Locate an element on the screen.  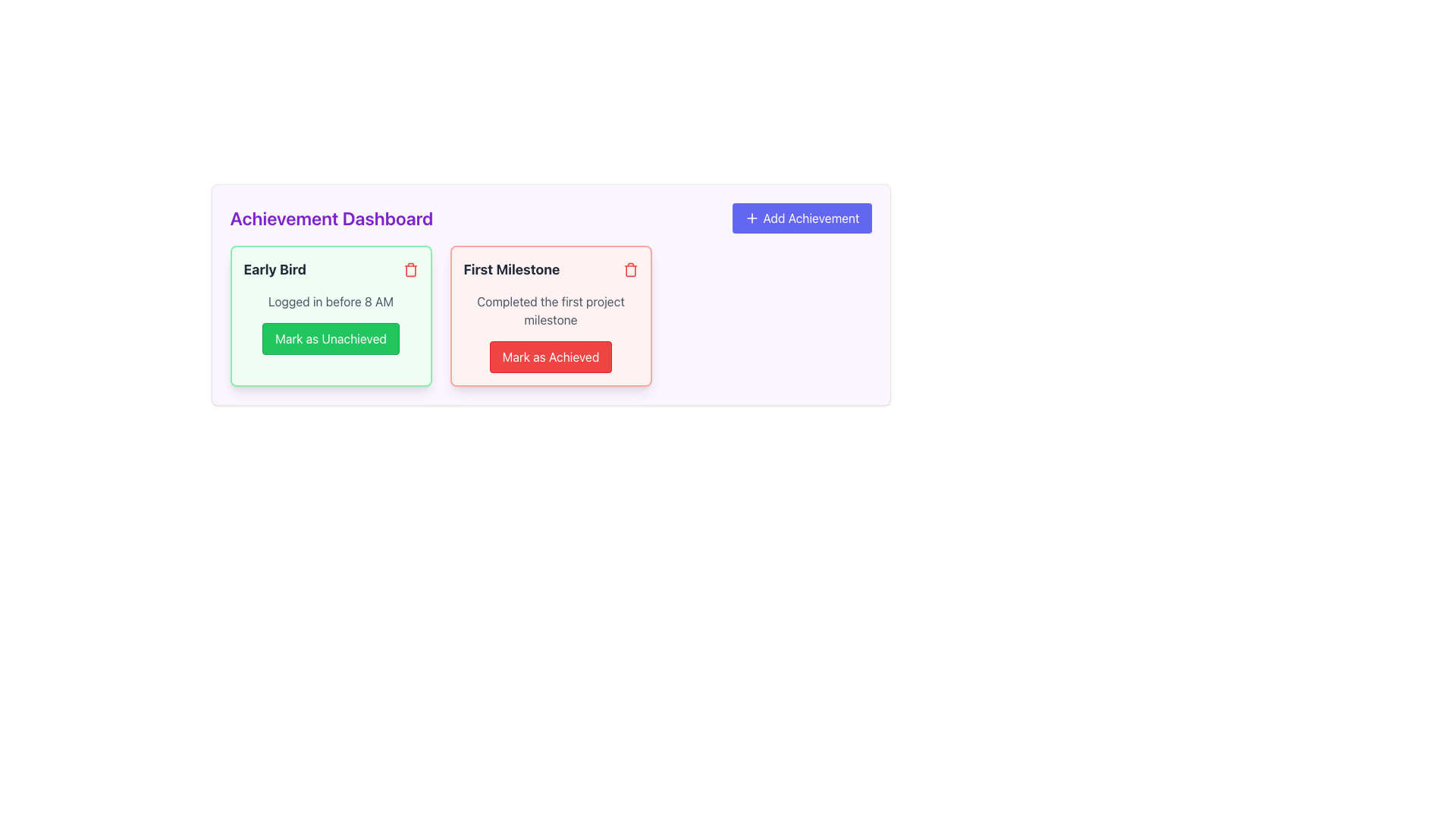
the blue button with the 'Add Achievement' text and plus icon located in the top-right corner of the interface is located at coordinates (752, 218).